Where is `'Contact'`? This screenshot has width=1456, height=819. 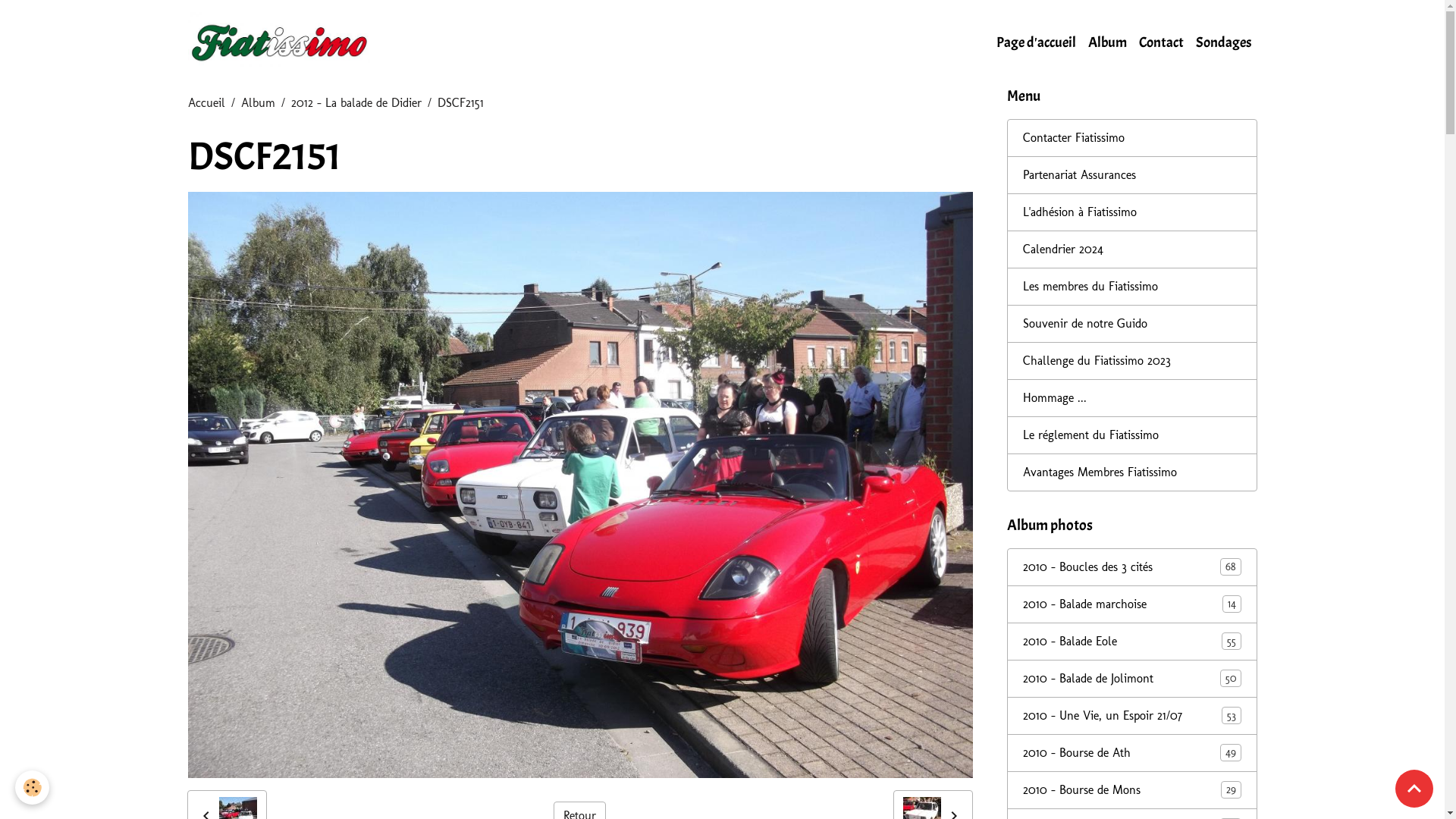
'Contact' is located at coordinates (1160, 42).